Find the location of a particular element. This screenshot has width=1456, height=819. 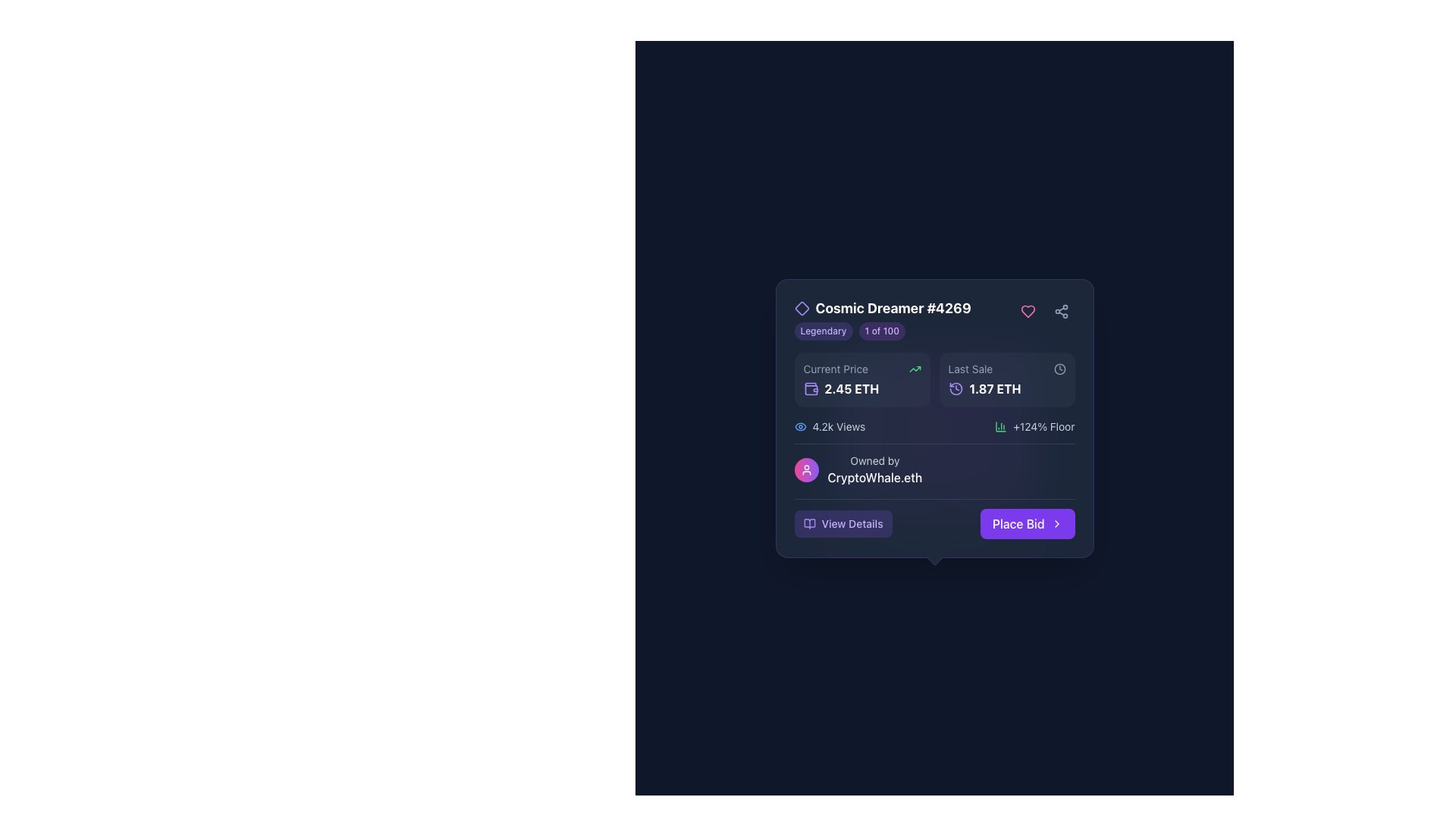

the text label displaying '2.45 ETH', which is styled in bold white font on a dark background, located in the 'Current Price' section to the right of the wallet icon is located at coordinates (852, 388).